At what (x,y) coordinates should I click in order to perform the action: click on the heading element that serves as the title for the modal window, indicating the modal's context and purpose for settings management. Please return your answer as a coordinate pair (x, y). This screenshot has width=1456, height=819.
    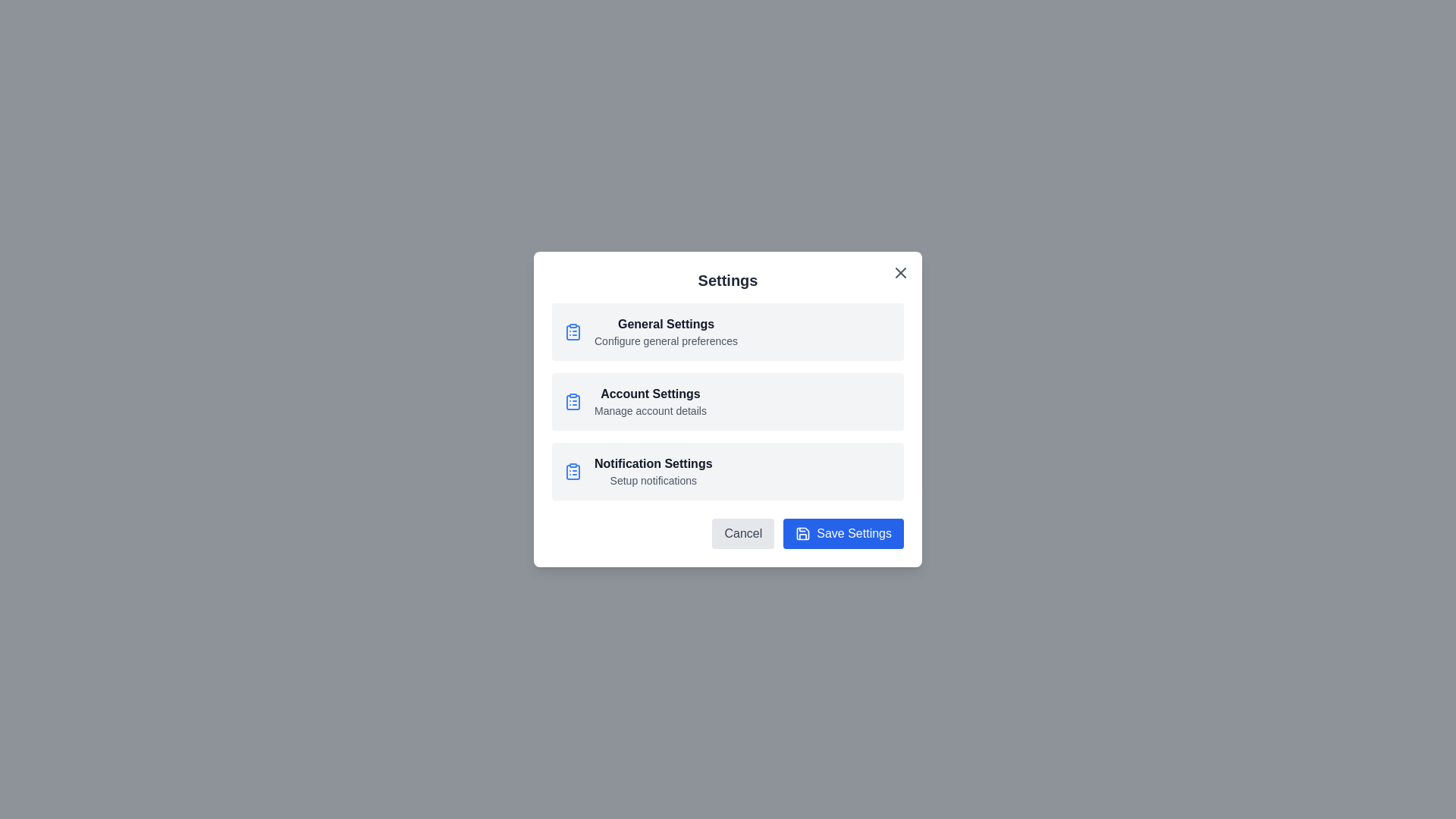
    Looking at the image, I should click on (728, 281).